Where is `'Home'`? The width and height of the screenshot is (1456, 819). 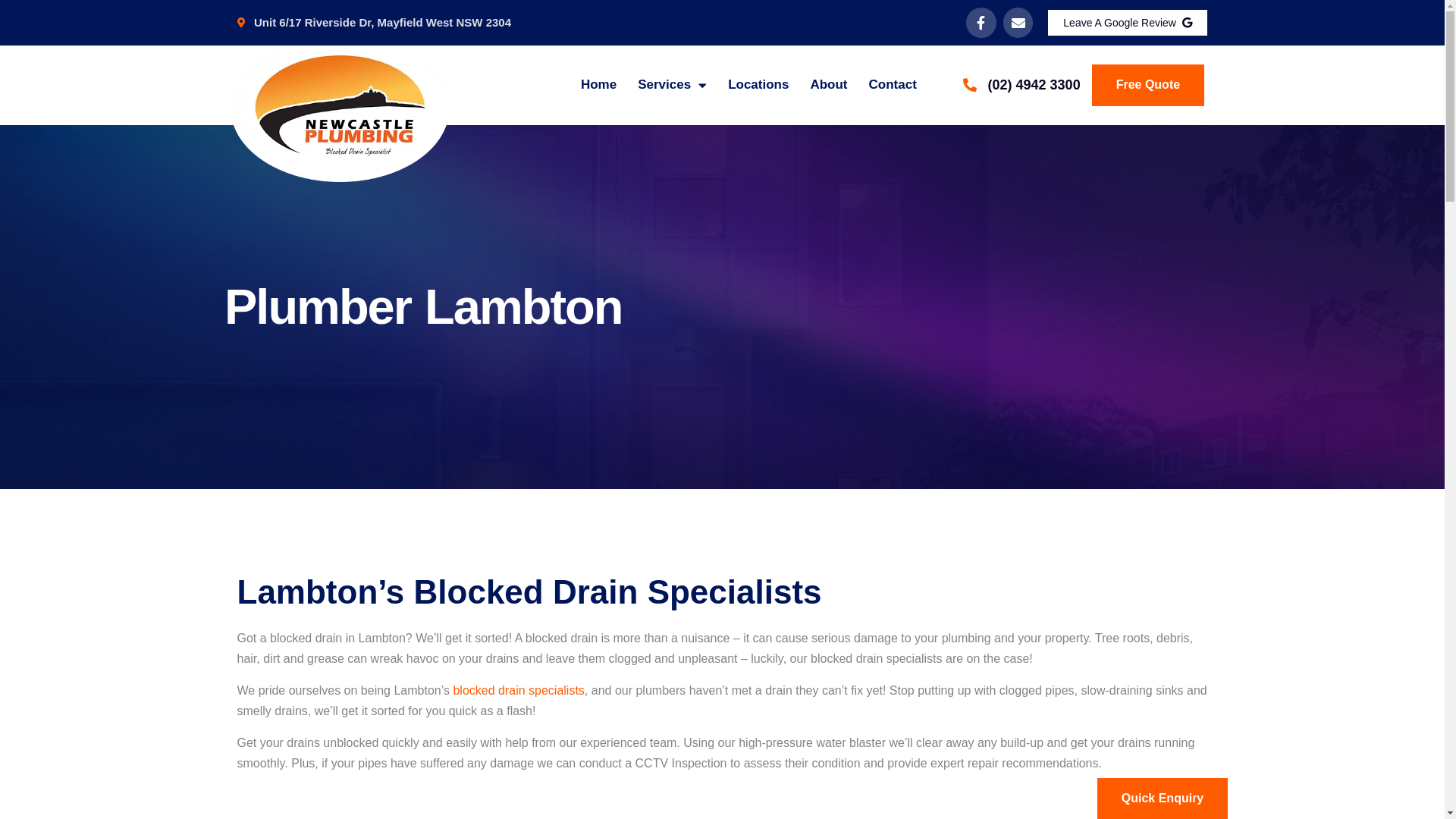
'Home' is located at coordinates (598, 84).